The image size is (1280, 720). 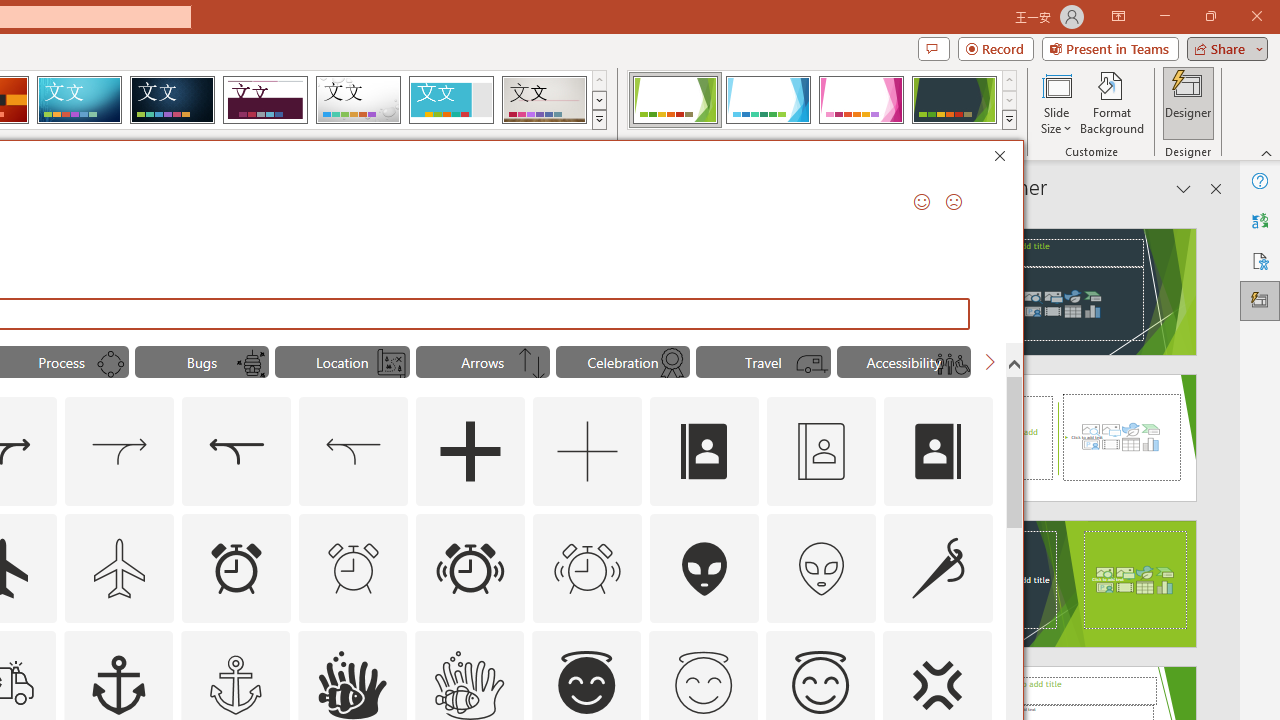 I want to click on '"Location" Icons.', so click(x=342, y=362).